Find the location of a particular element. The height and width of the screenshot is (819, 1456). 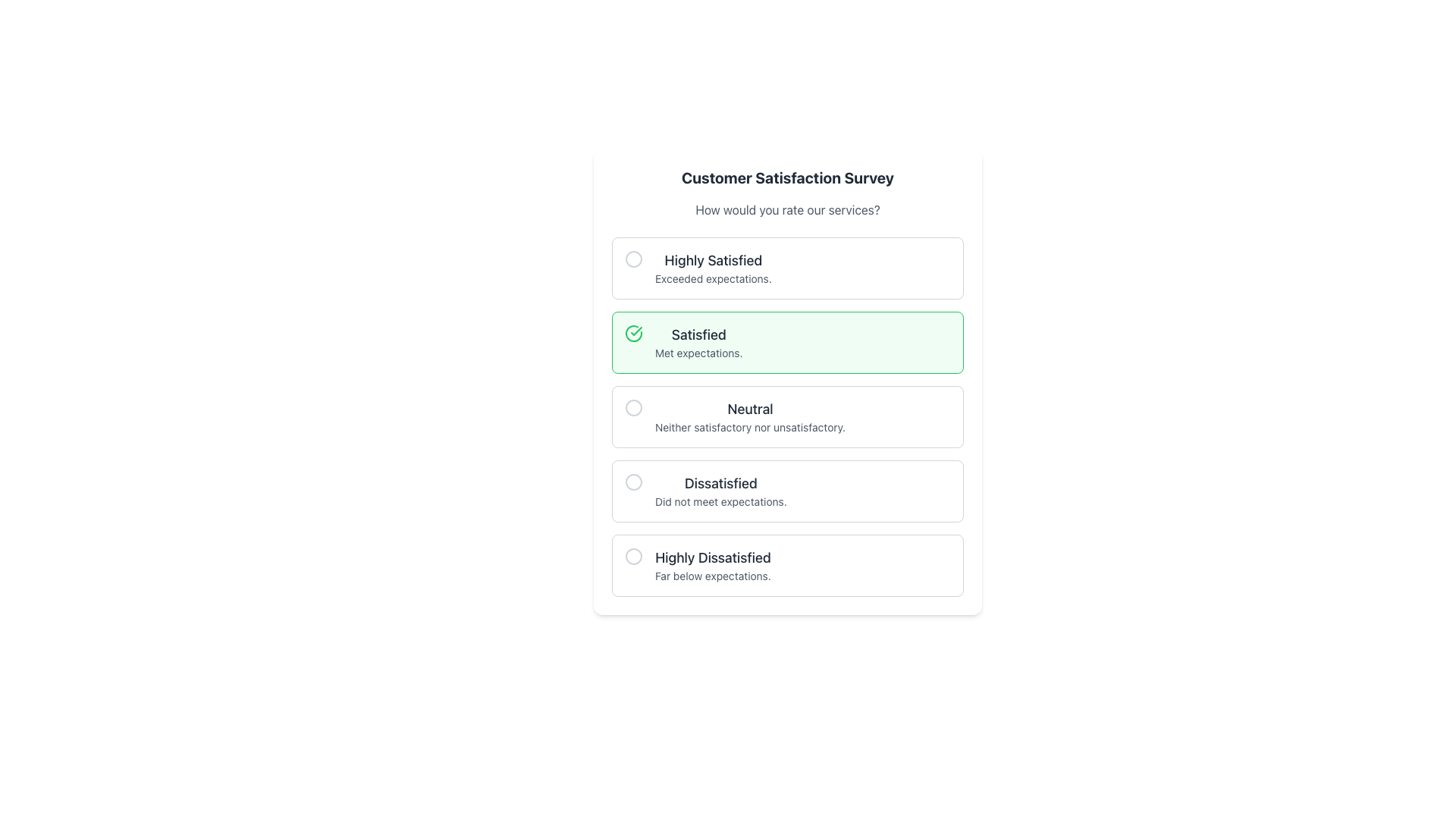

the 'Highly Dissatisfied' radio button option, which is the last item in the vertical list of satisfaction options in the survey is located at coordinates (787, 565).